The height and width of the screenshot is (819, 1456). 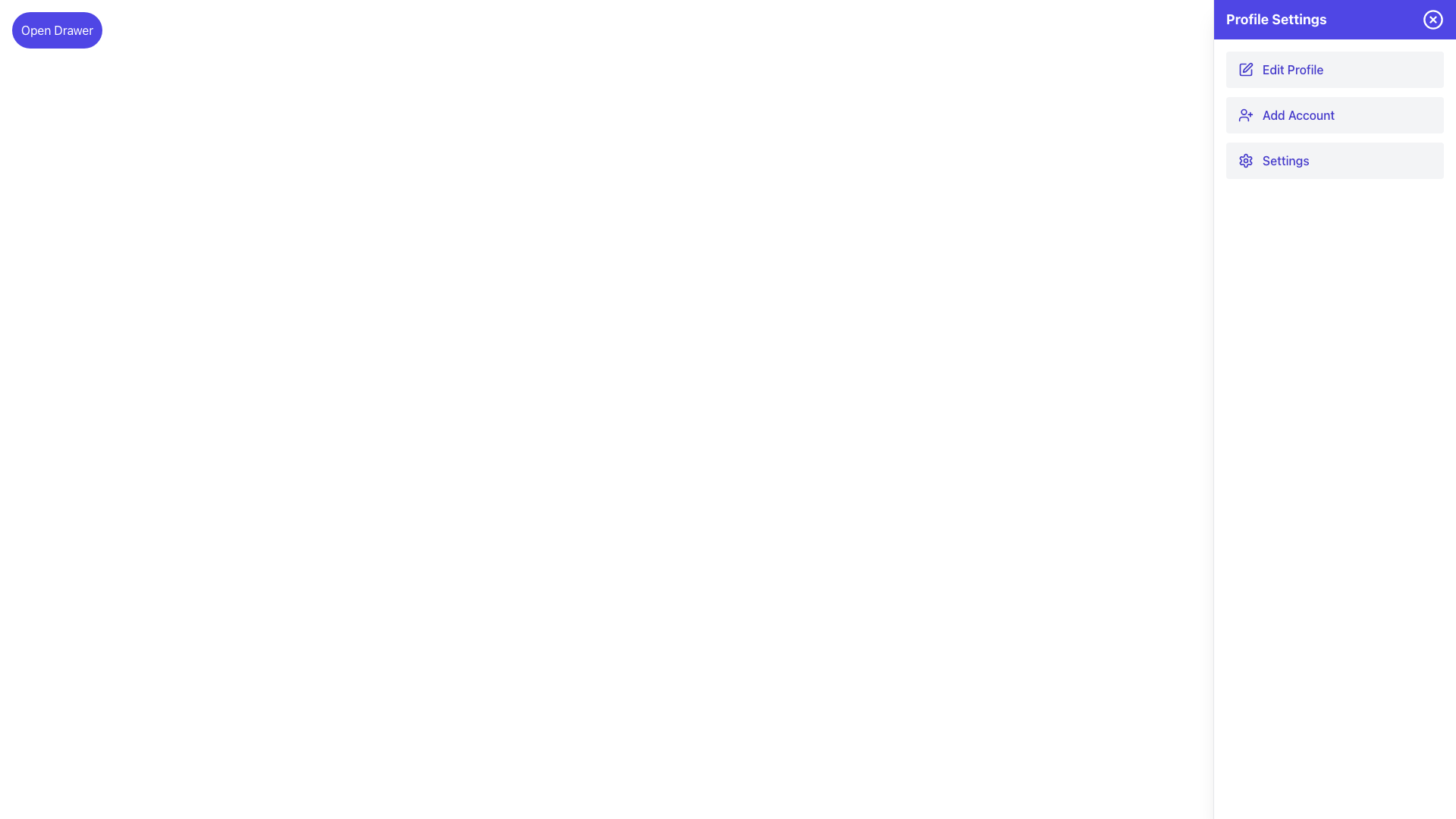 What do you see at coordinates (1245, 161) in the screenshot?
I see `the cogwheel settings icon, which is located in the top-right corner of the 'Profile Settings' panel` at bounding box center [1245, 161].